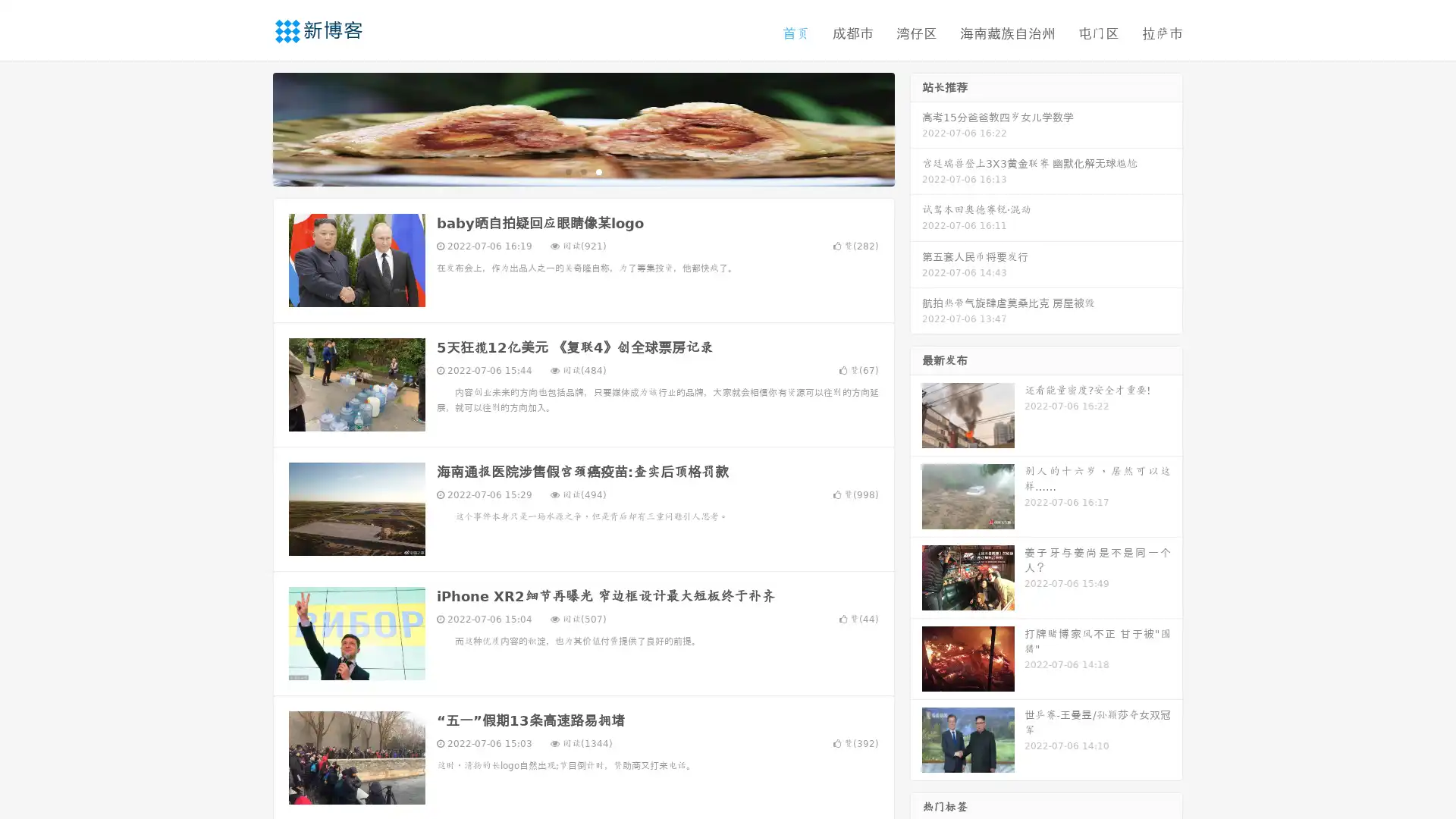 The image size is (1456, 819). What do you see at coordinates (582, 171) in the screenshot?
I see `Go to slide 2` at bounding box center [582, 171].